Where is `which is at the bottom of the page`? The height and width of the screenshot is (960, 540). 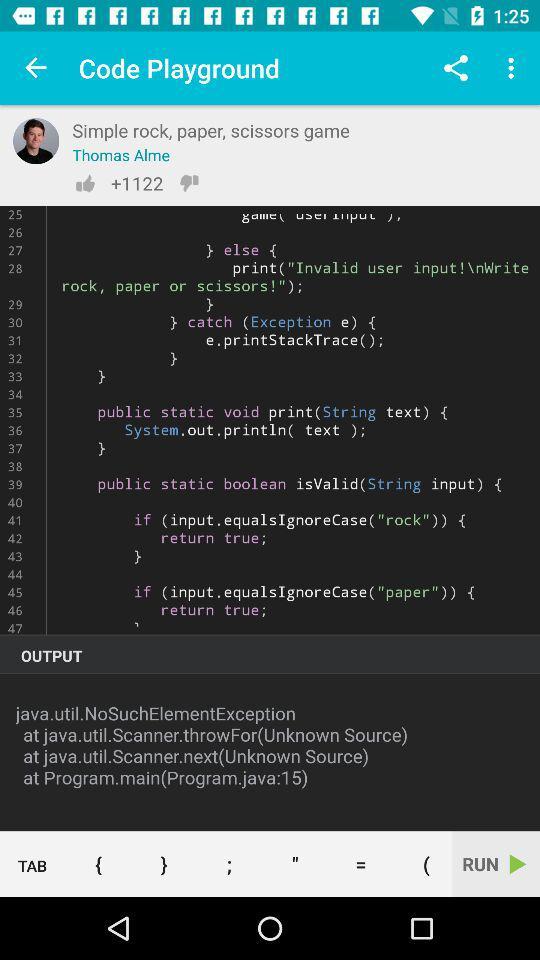
which is at the bottom of the page is located at coordinates (162, 863).